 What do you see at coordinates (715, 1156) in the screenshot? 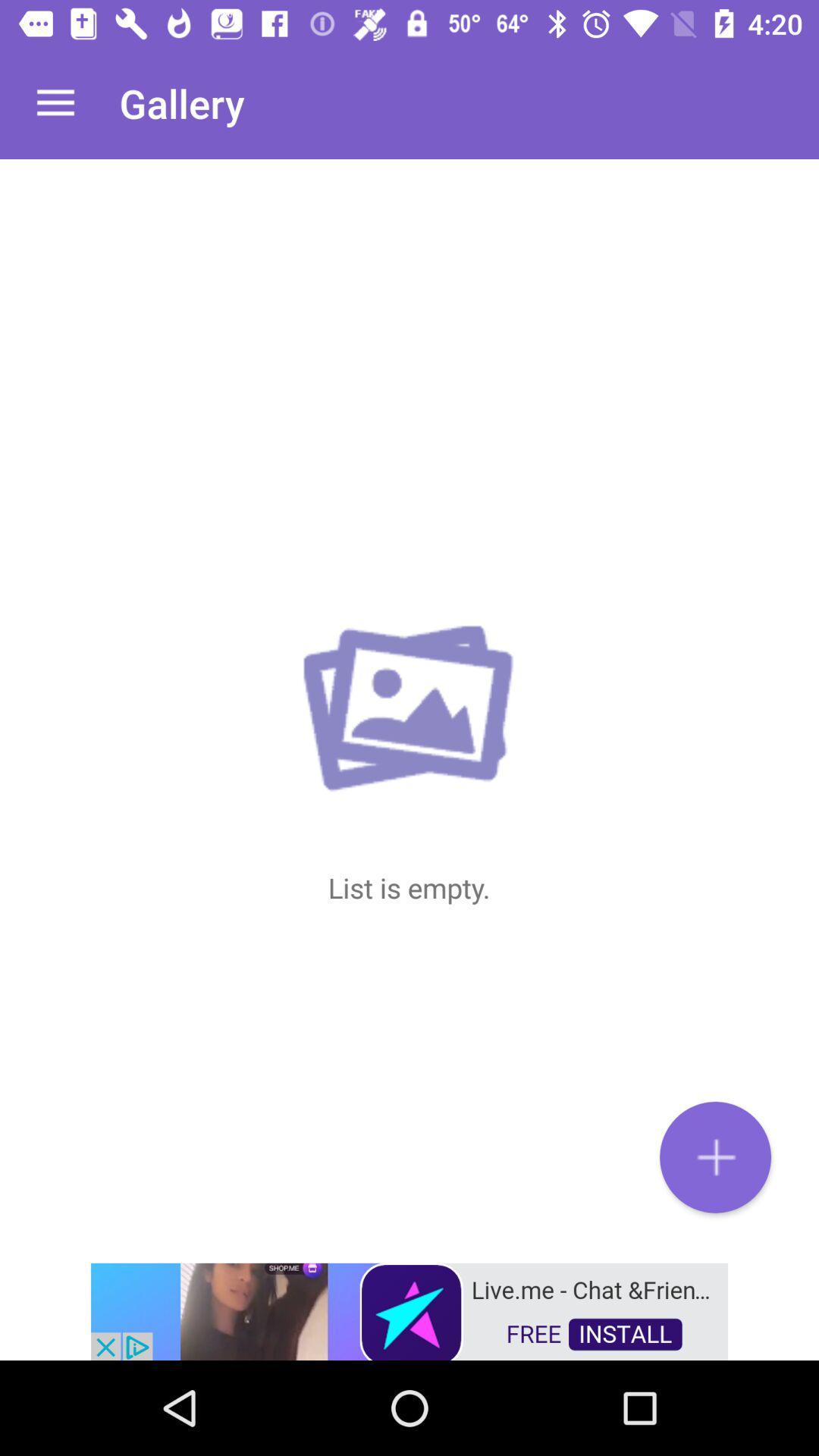
I see `photo` at bounding box center [715, 1156].